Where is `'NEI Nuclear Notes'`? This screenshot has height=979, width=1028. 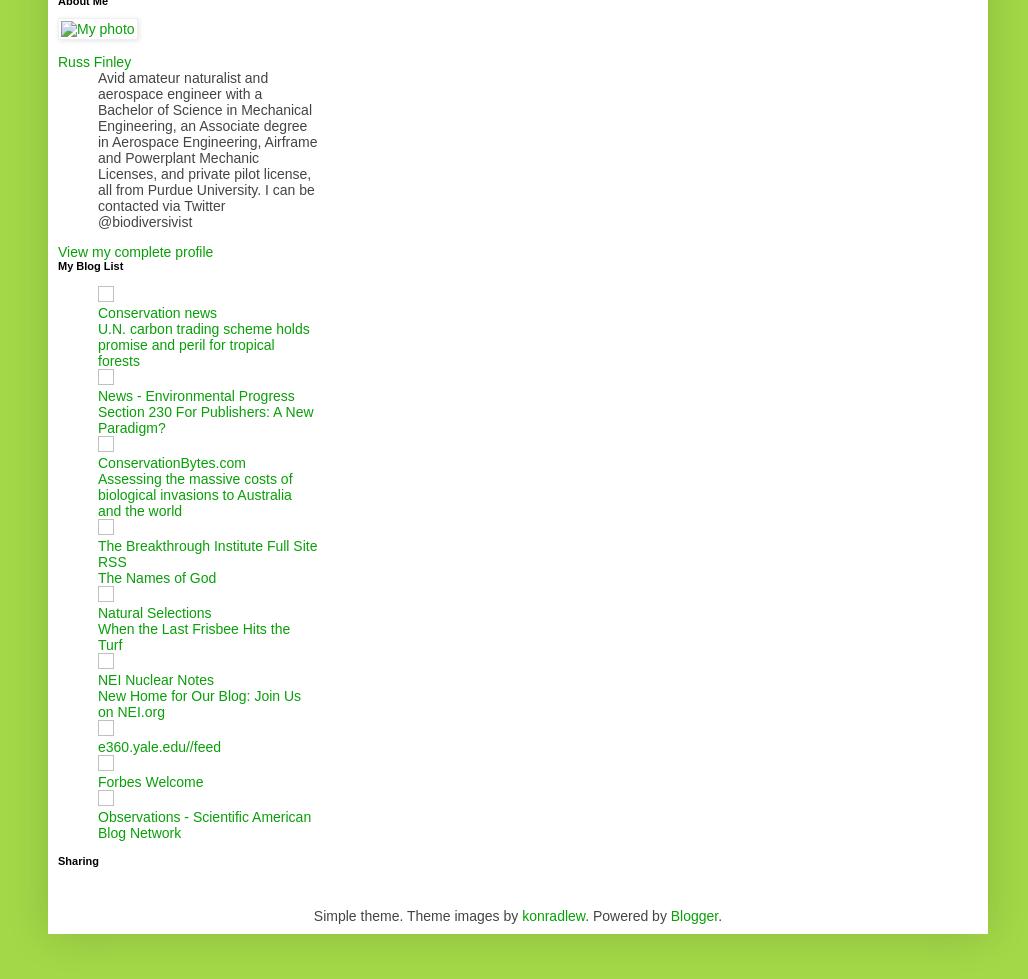
'NEI Nuclear Notes' is located at coordinates (96, 679).